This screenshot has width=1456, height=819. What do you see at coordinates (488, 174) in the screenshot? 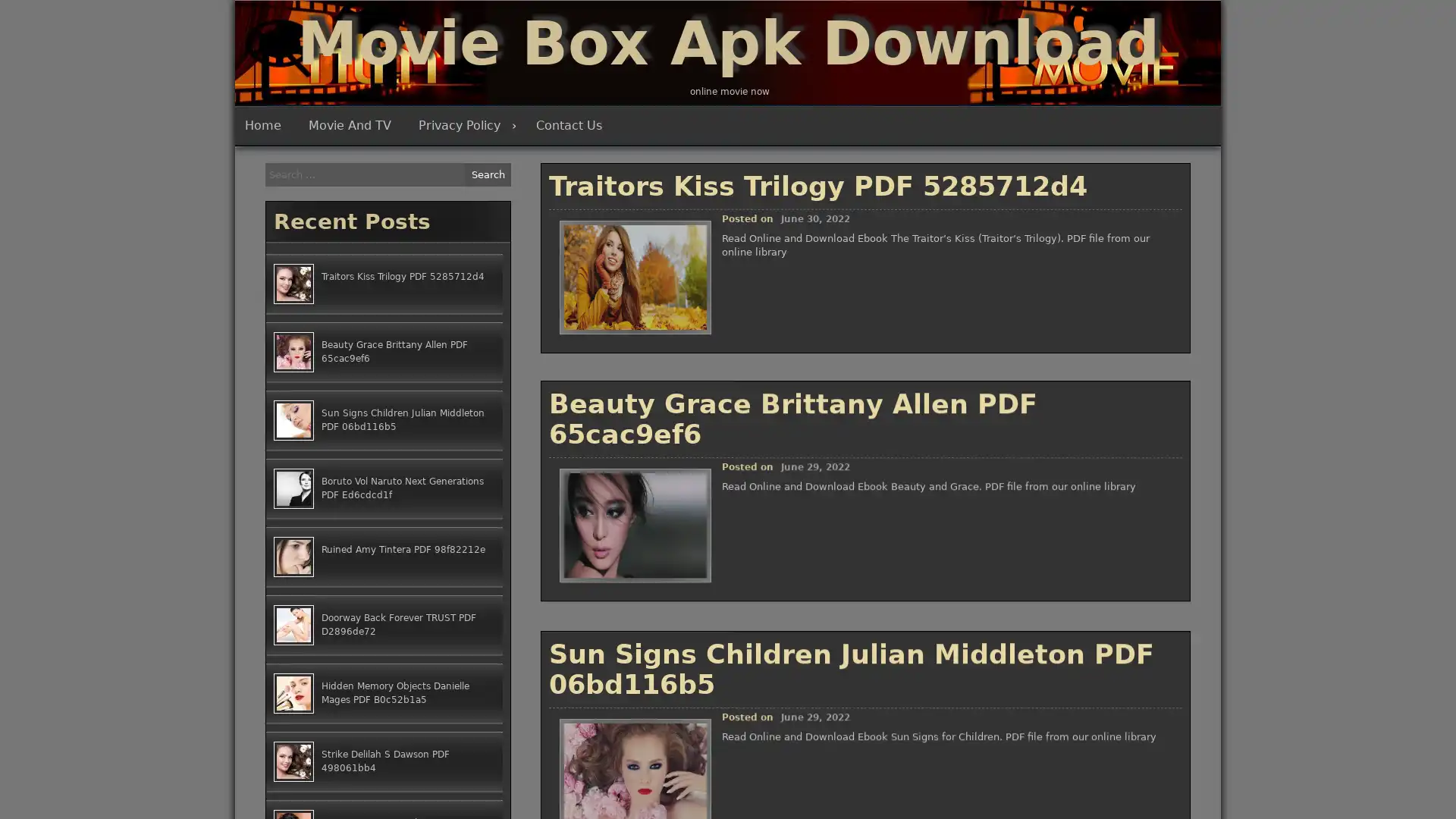
I see `Search` at bounding box center [488, 174].